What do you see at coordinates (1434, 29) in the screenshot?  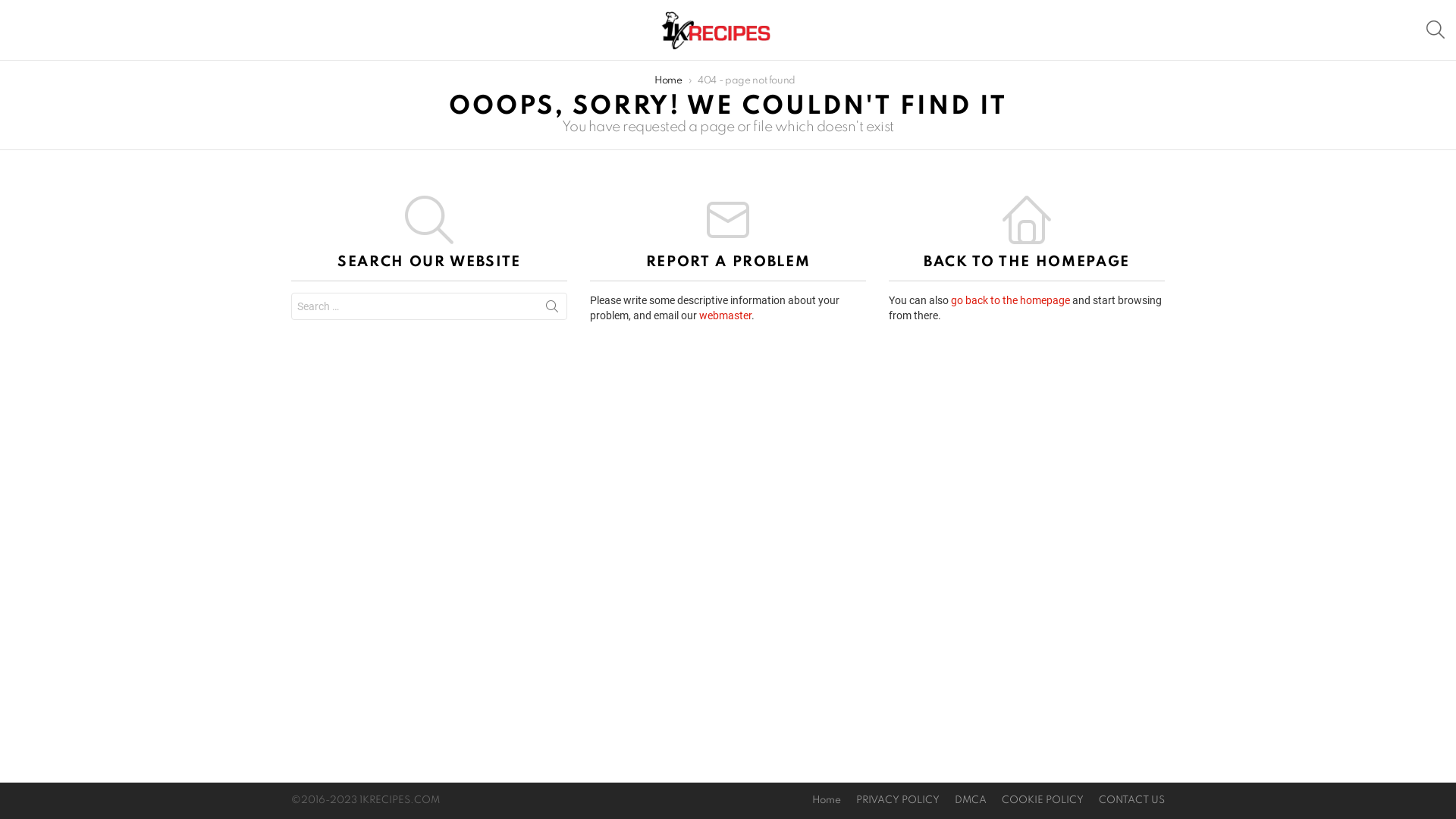 I see `'SEARCH'` at bounding box center [1434, 29].